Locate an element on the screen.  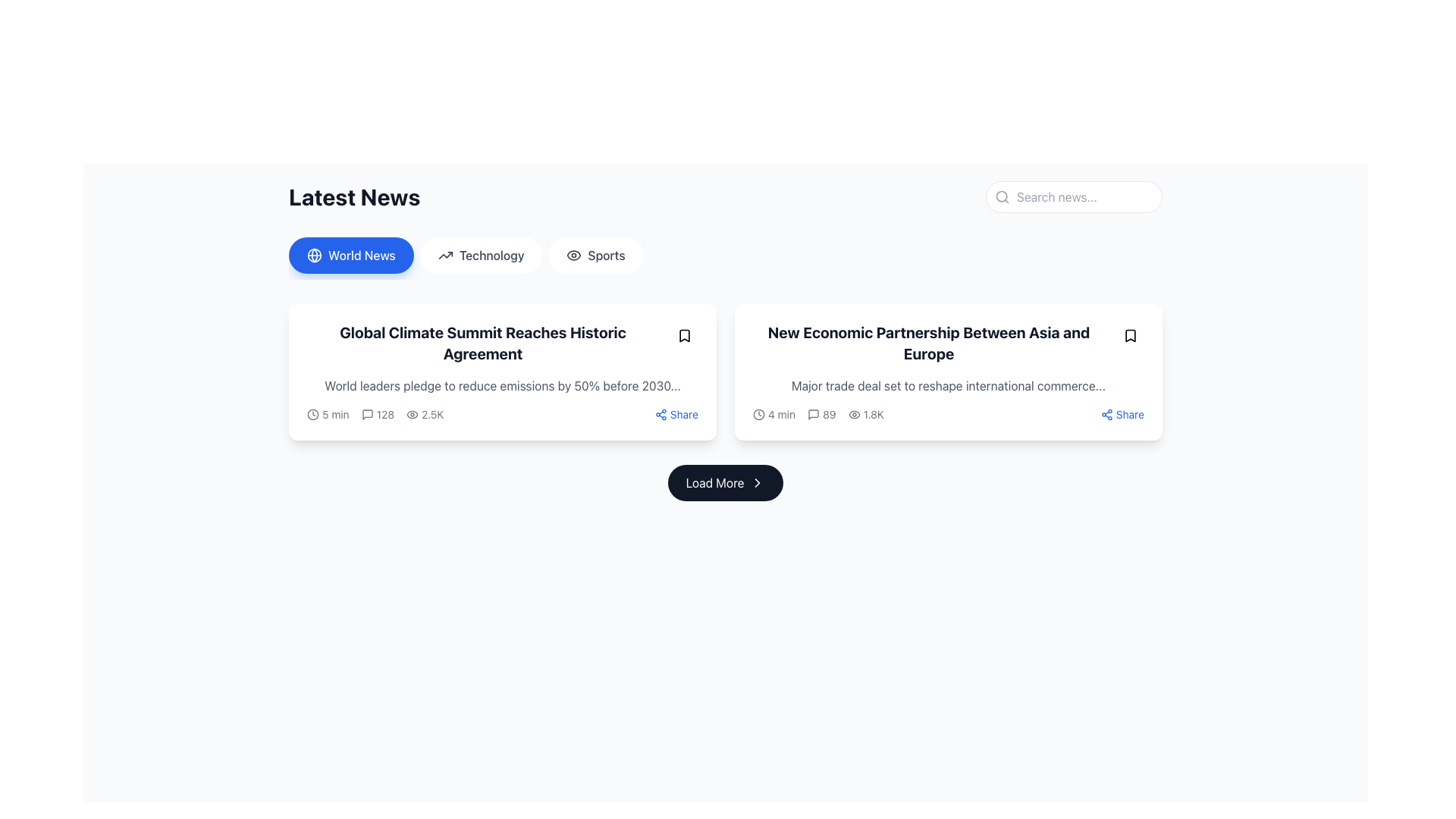
the headline text display element located in the second news feature card in the 'Latest News' section, which serves to attract user attention and lead to further details is located at coordinates (948, 343).